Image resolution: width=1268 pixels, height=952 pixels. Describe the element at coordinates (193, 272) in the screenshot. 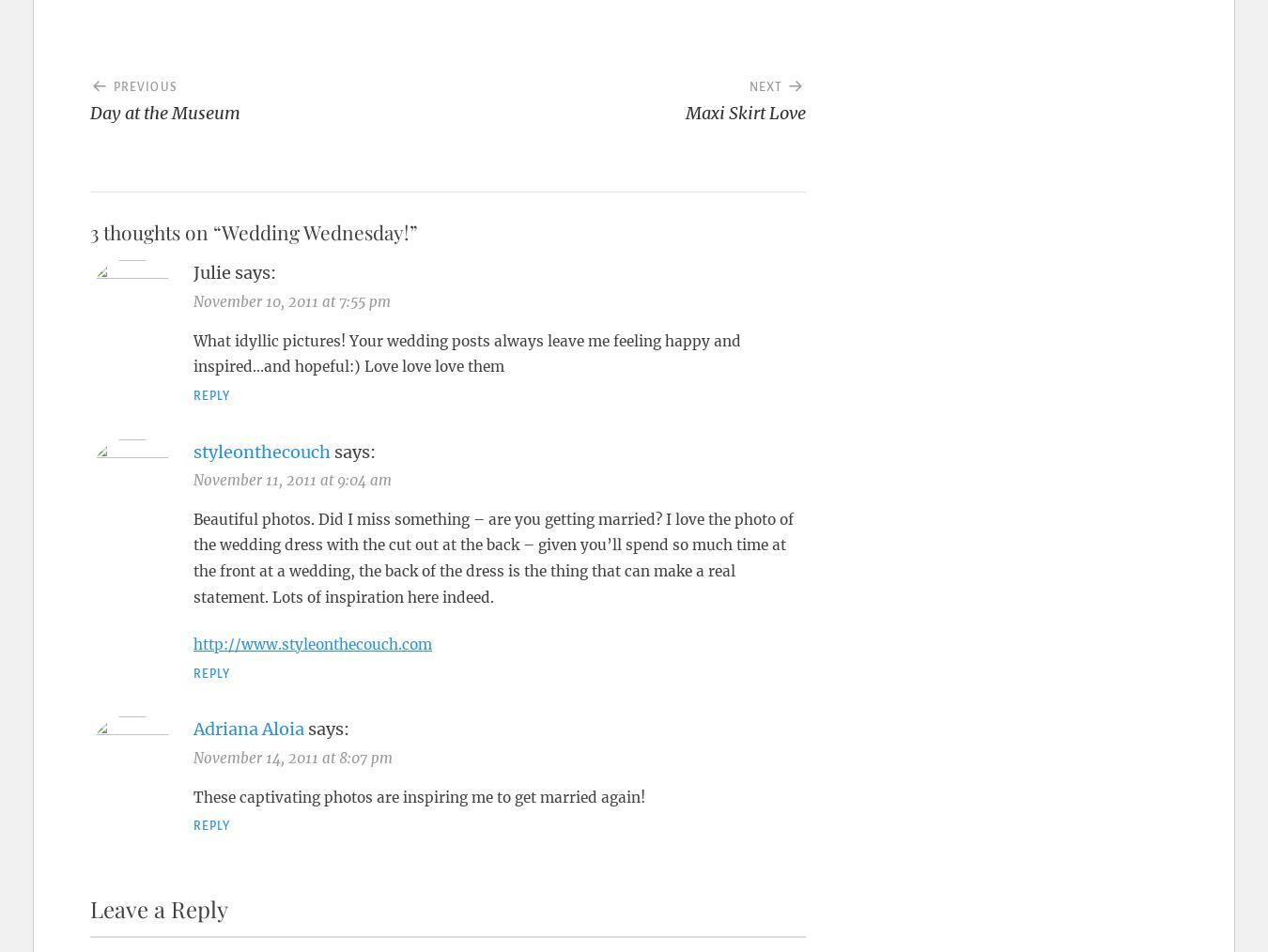

I see `'Julie'` at that location.